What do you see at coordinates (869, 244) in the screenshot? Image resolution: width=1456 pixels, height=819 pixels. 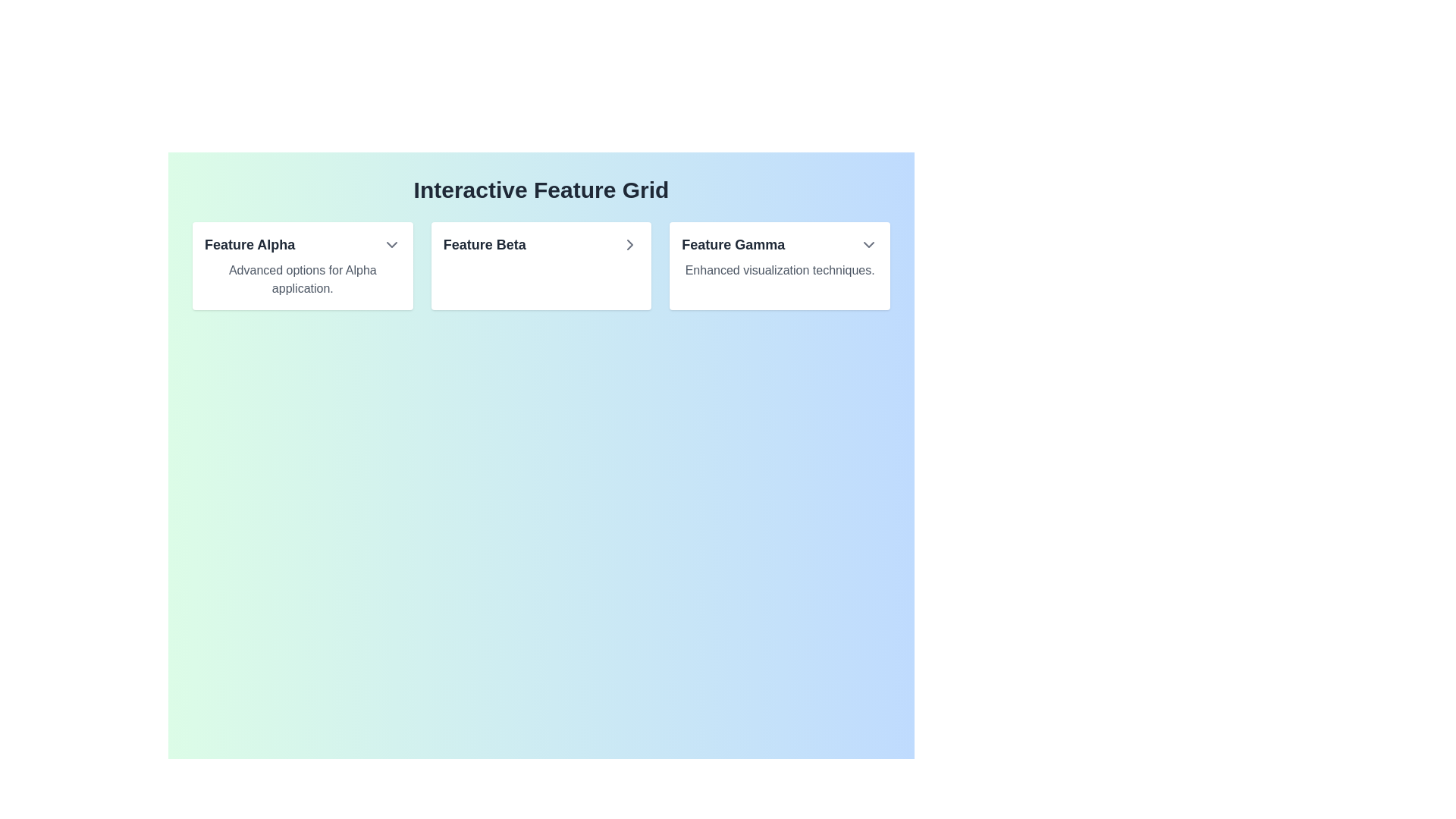 I see `the Dropdown trigger icon located to the right of the title 'Feature Gamma'` at bounding box center [869, 244].